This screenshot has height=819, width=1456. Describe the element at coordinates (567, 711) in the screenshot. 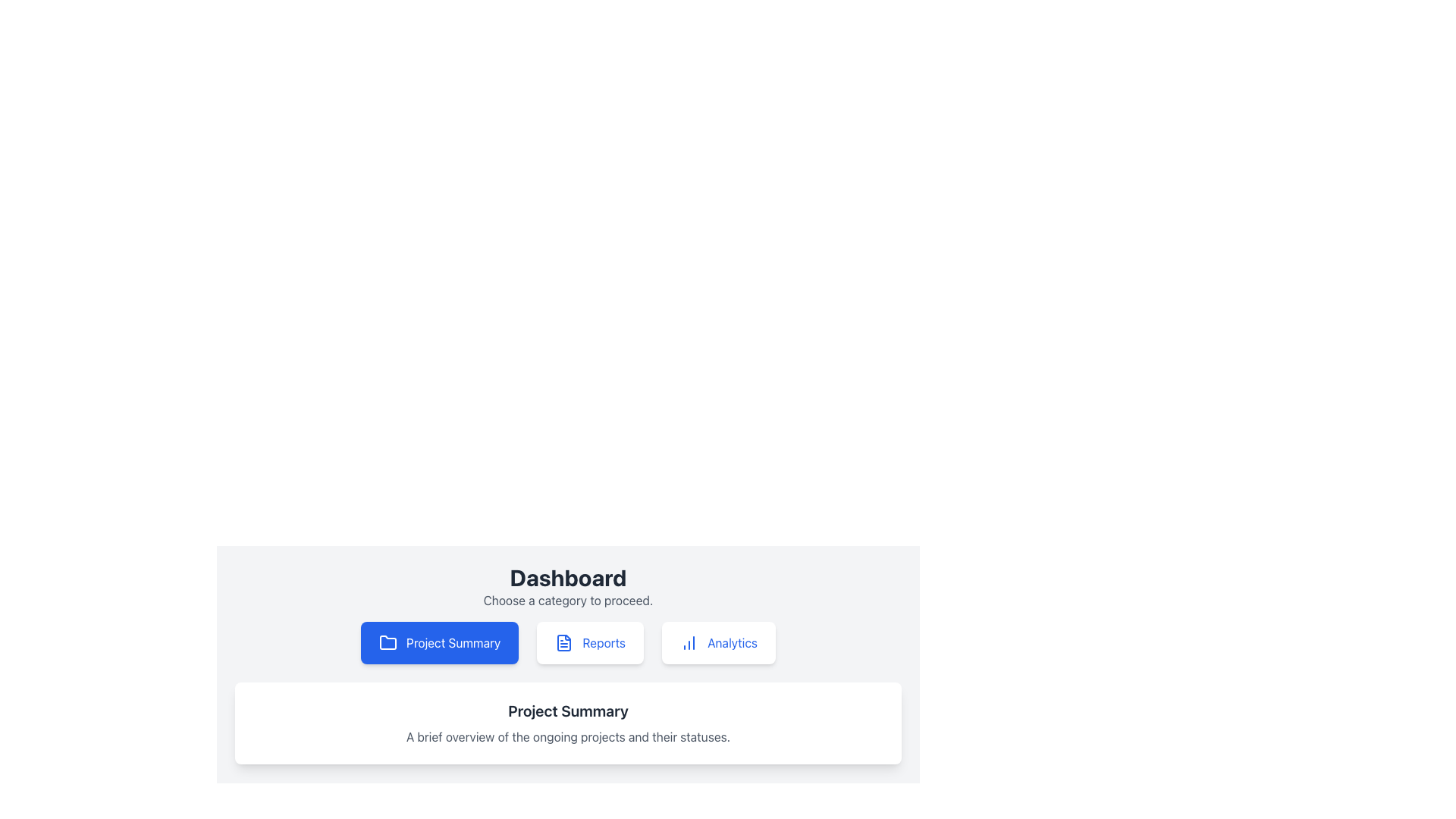

I see `the heading label that summarizes the content area, located centrally within the lower card area of the interface` at that location.